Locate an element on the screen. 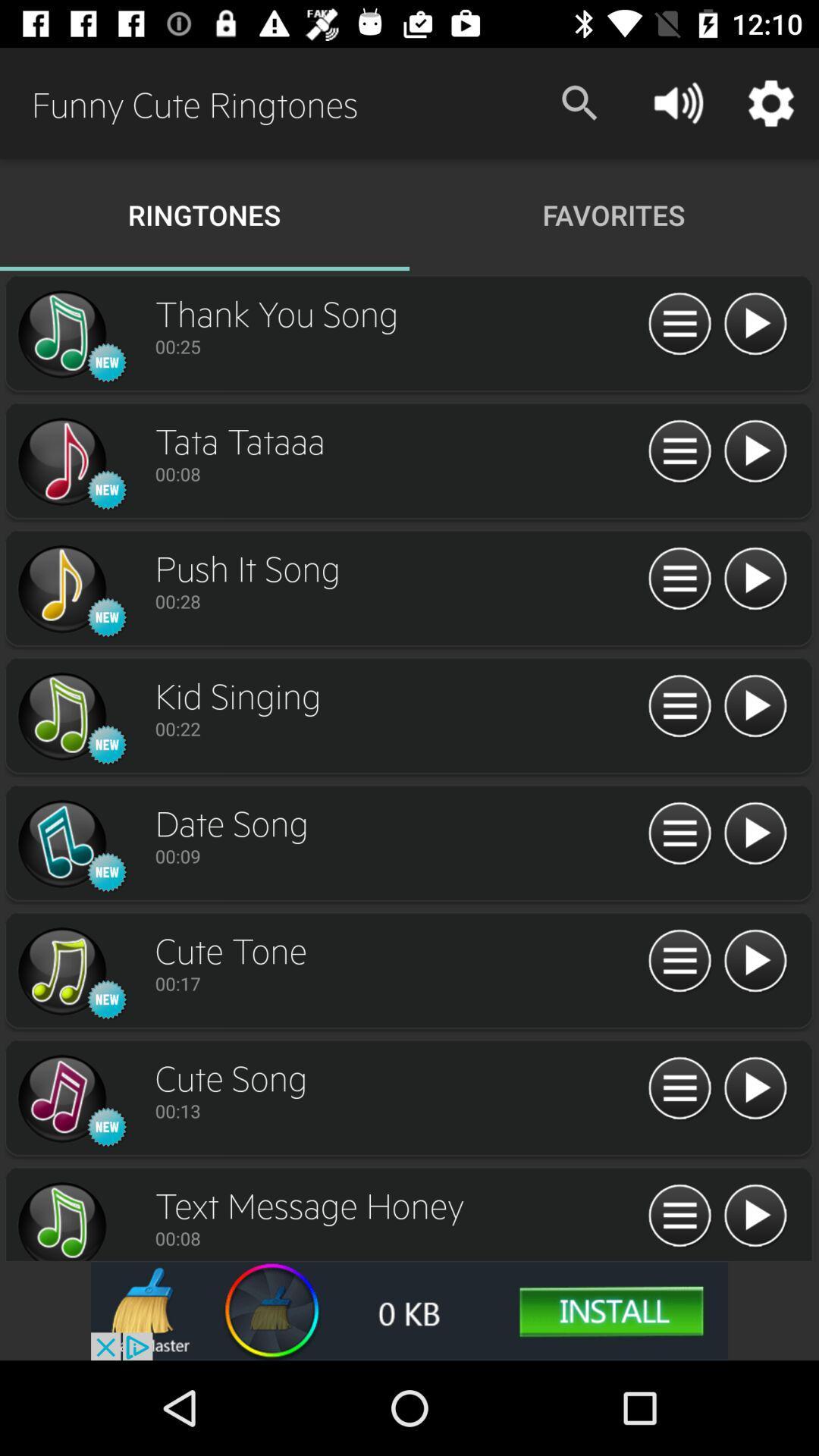 Image resolution: width=819 pixels, height=1456 pixels. song is located at coordinates (755, 961).